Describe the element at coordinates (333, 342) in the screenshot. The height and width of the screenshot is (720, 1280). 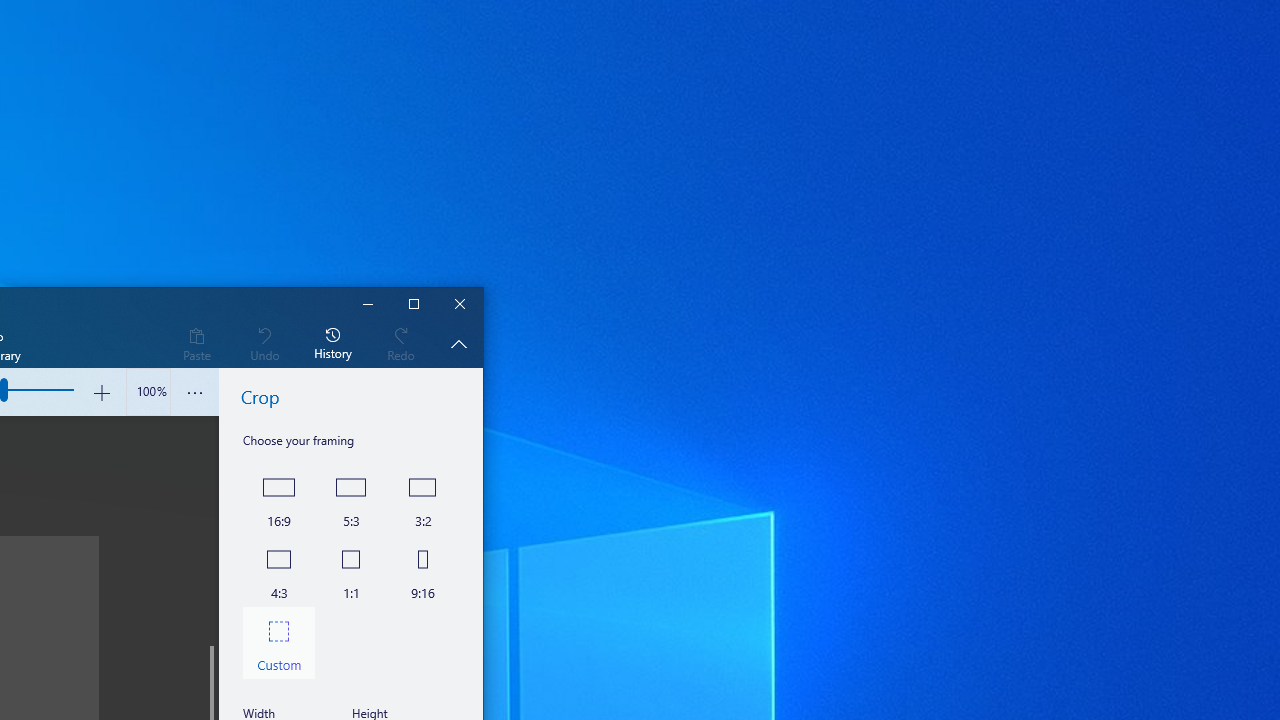
I see `'History'` at that location.